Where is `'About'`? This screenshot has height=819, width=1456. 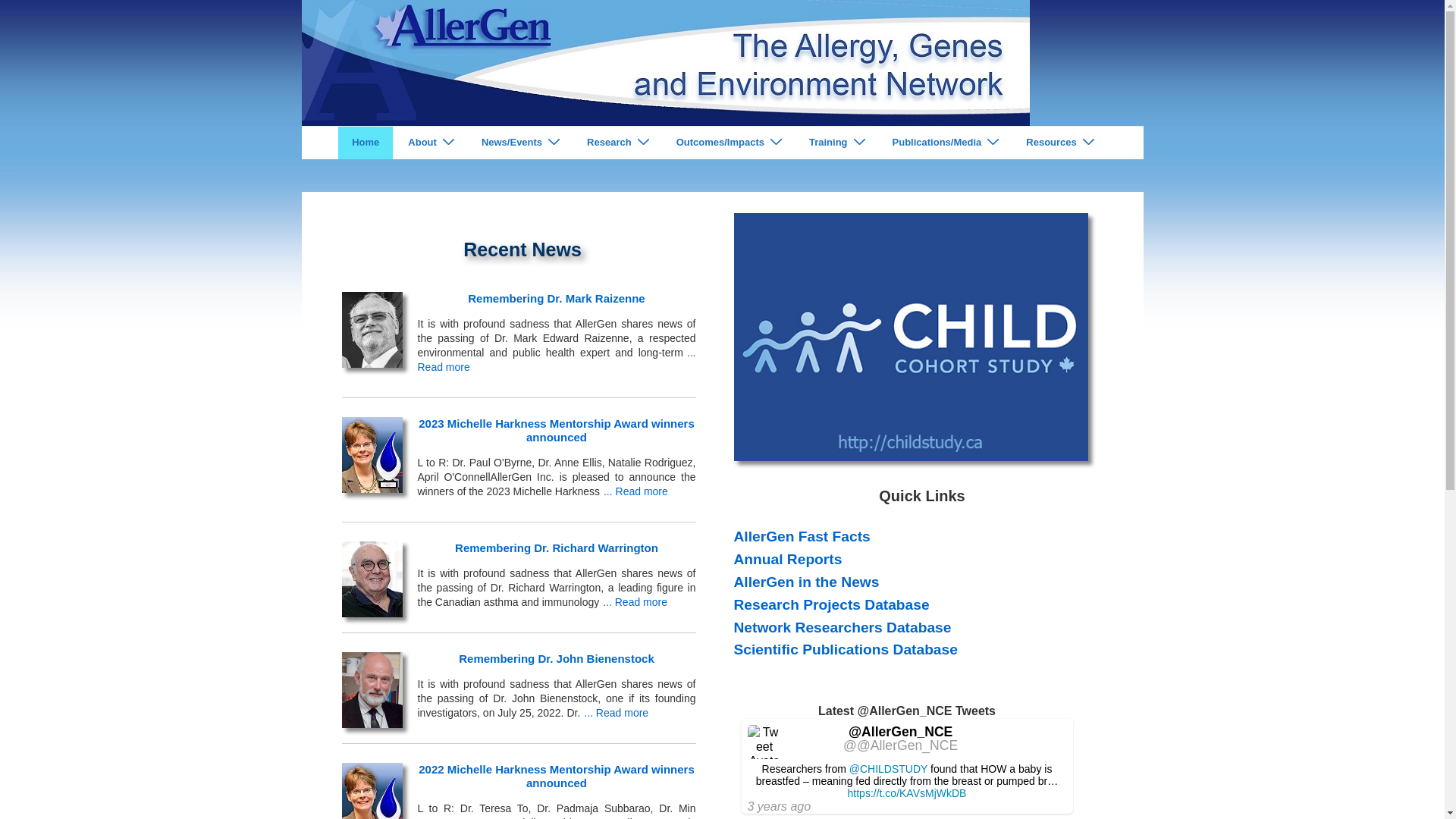
'About' is located at coordinates (394, 143).